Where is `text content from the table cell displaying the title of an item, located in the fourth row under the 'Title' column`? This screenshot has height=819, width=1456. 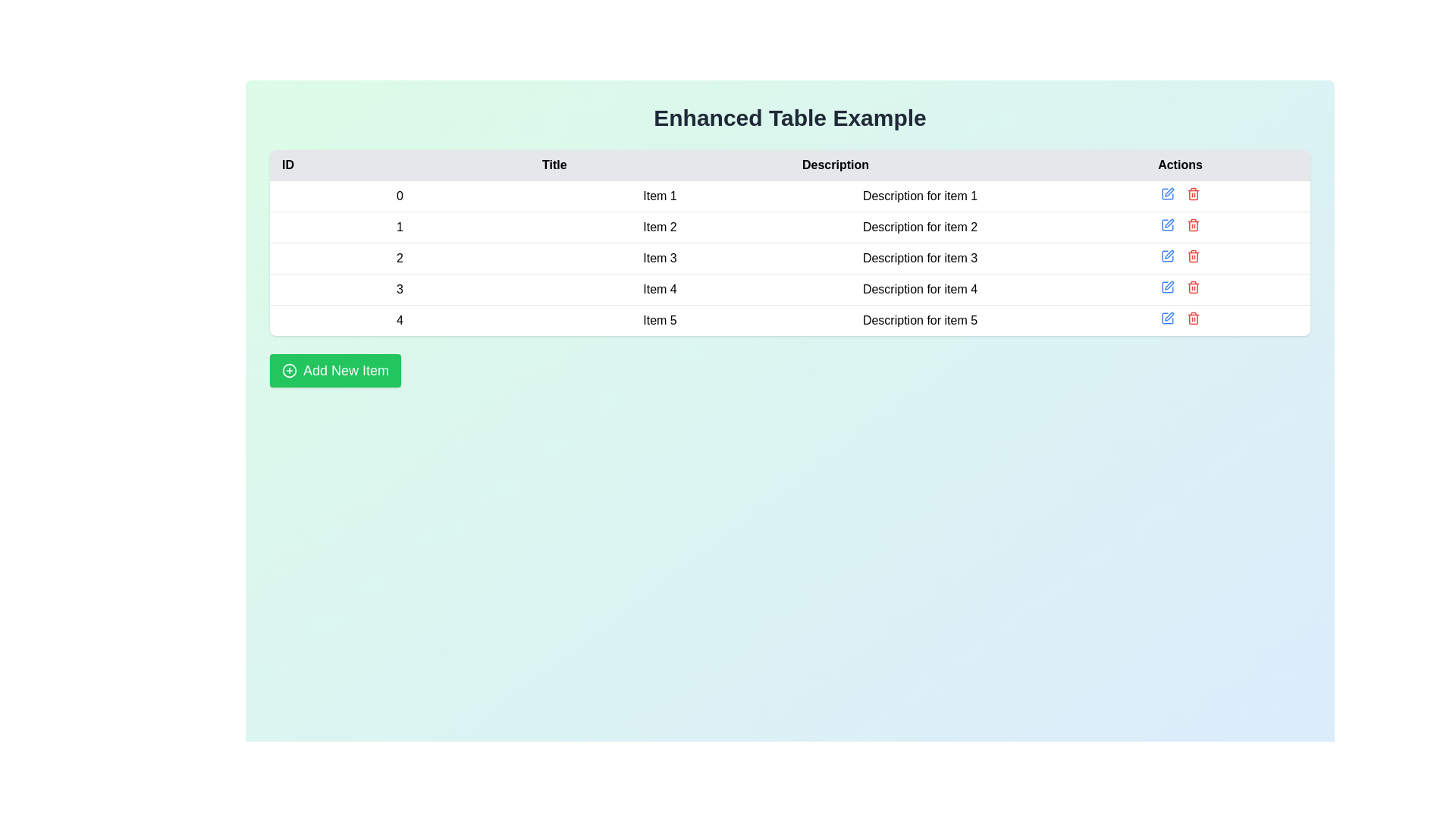
text content from the table cell displaying the title of an item, located in the fourth row under the 'Title' column is located at coordinates (660, 289).